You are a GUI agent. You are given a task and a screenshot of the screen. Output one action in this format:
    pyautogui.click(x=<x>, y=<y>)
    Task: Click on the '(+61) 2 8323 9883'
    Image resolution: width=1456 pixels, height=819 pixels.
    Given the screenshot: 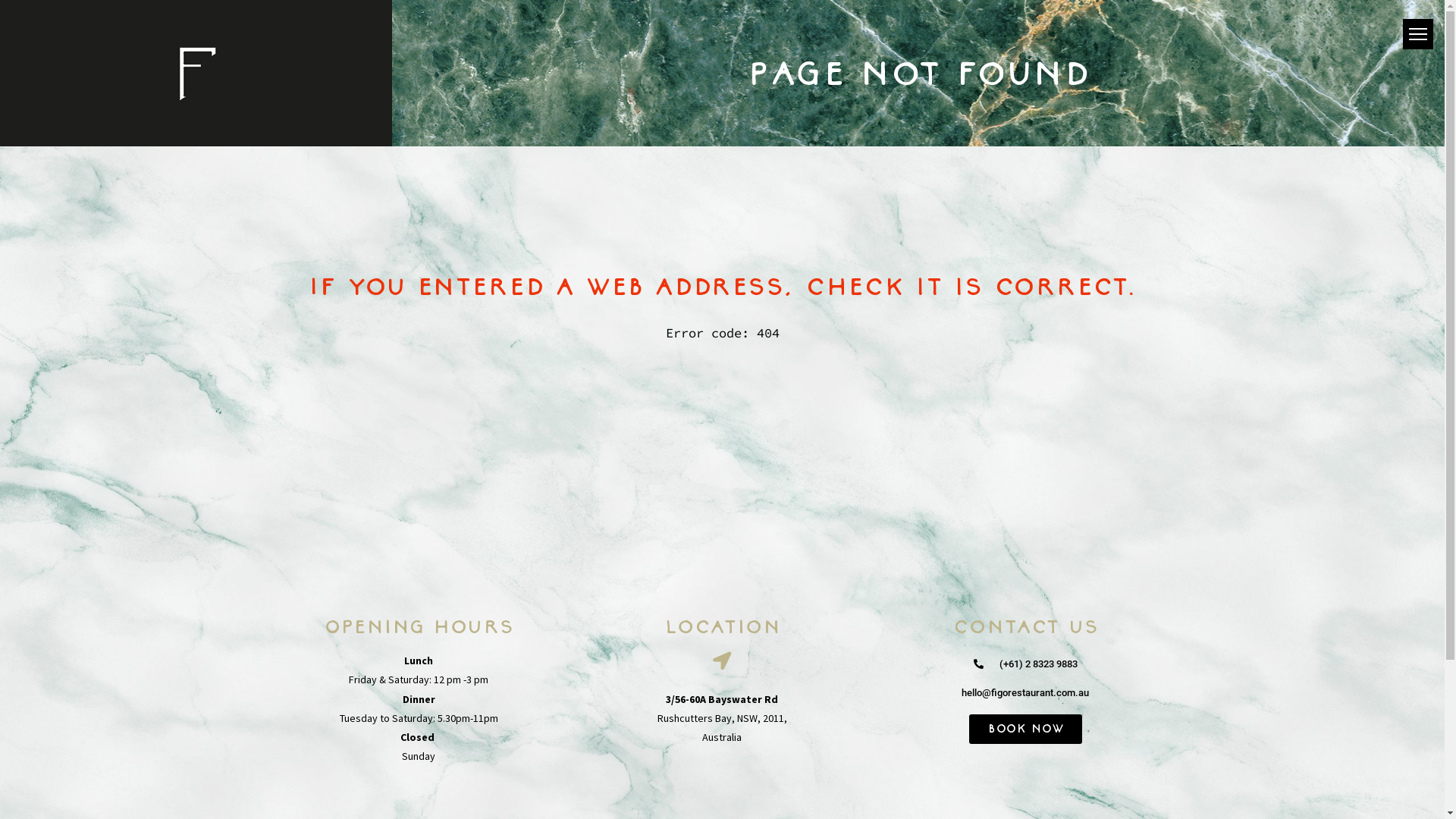 What is the action you would take?
    pyautogui.click(x=1025, y=663)
    